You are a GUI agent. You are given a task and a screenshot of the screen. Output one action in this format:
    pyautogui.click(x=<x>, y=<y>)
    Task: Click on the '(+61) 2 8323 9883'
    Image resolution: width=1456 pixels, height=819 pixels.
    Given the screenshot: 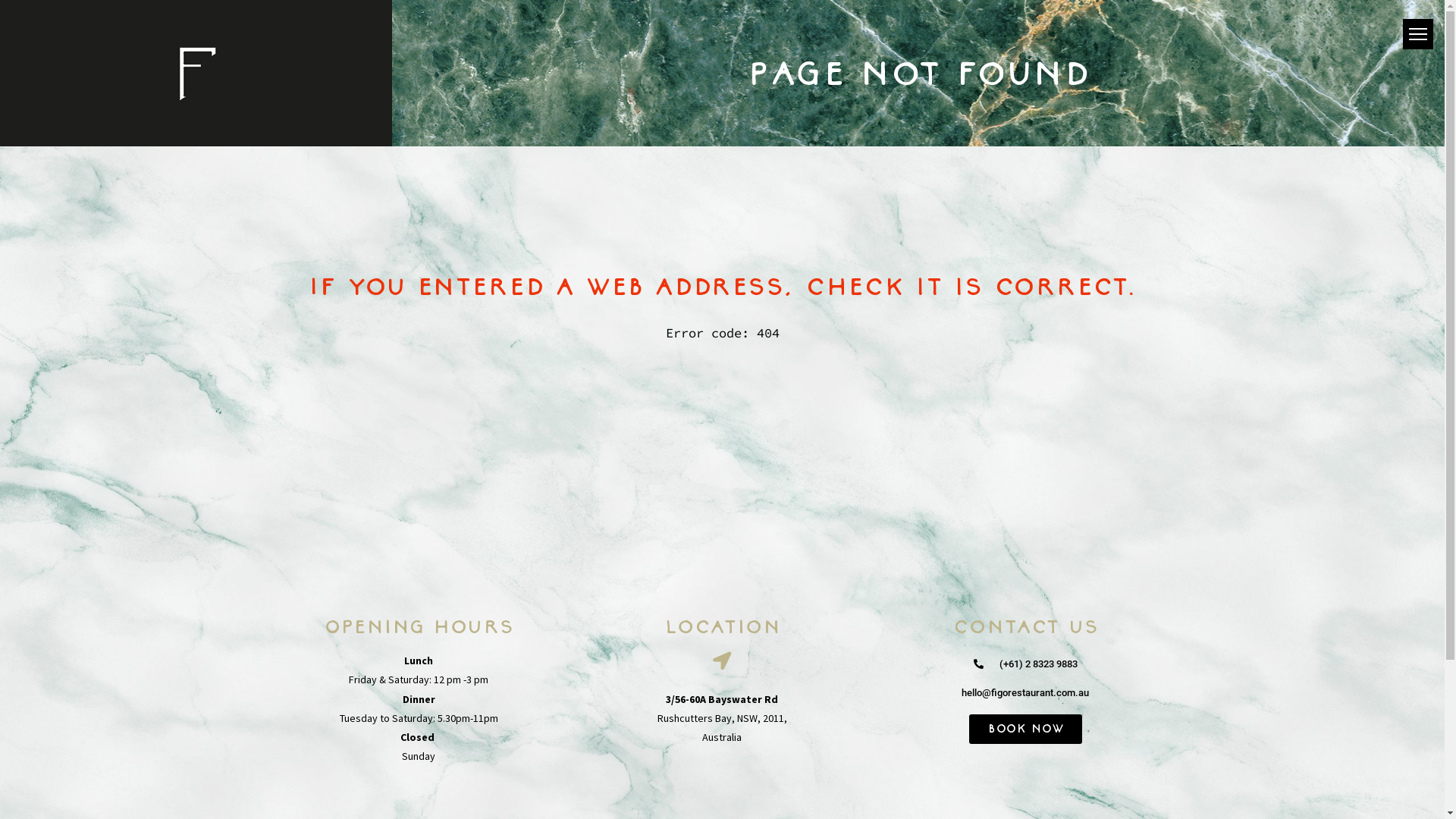 What is the action you would take?
    pyautogui.click(x=1025, y=663)
    